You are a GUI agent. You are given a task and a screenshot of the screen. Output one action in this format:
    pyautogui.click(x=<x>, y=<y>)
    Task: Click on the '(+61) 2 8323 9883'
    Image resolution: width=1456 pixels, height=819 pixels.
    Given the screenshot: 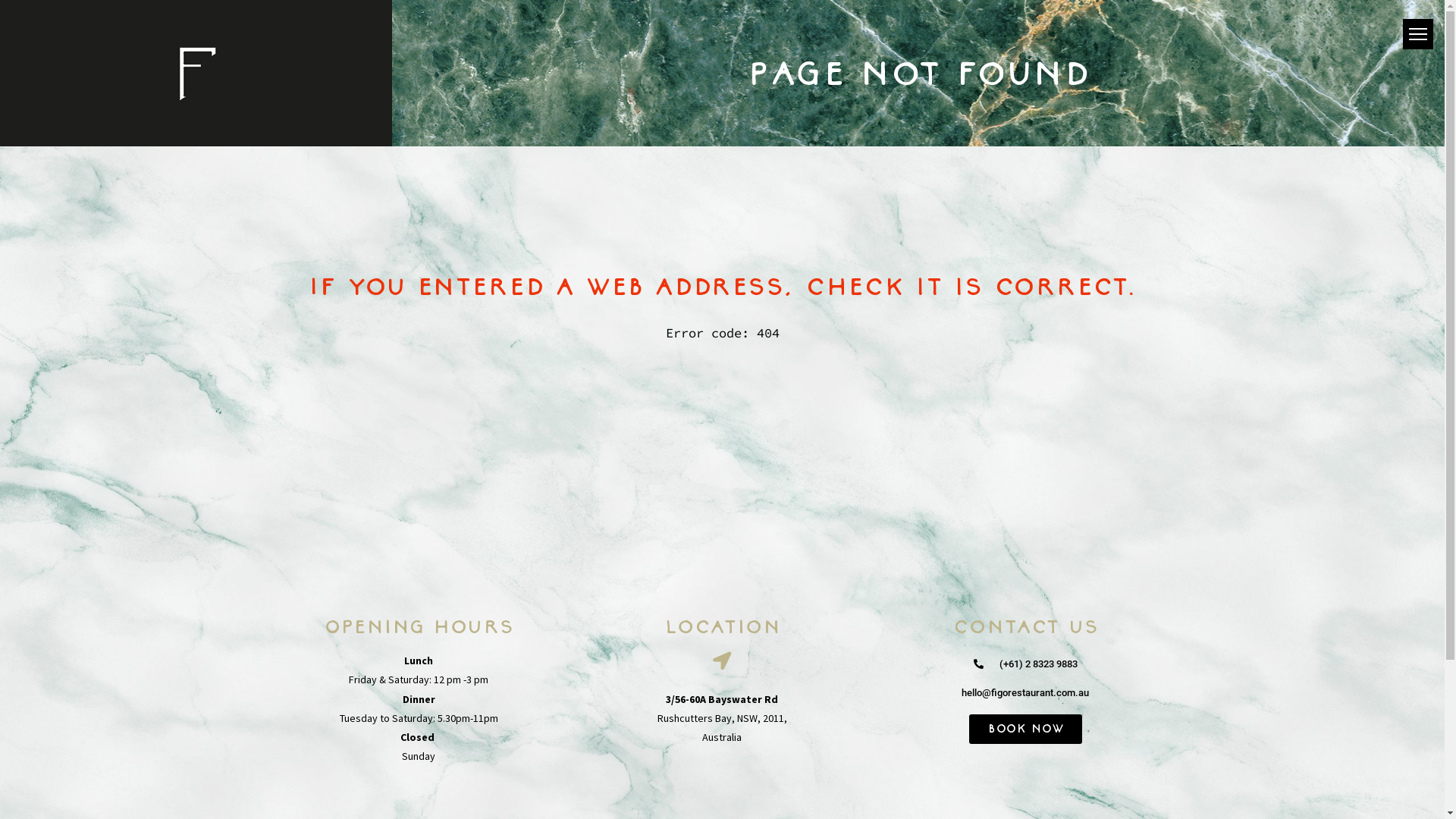 What is the action you would take?
    pyautogui.click(x=1025, y=663)
    